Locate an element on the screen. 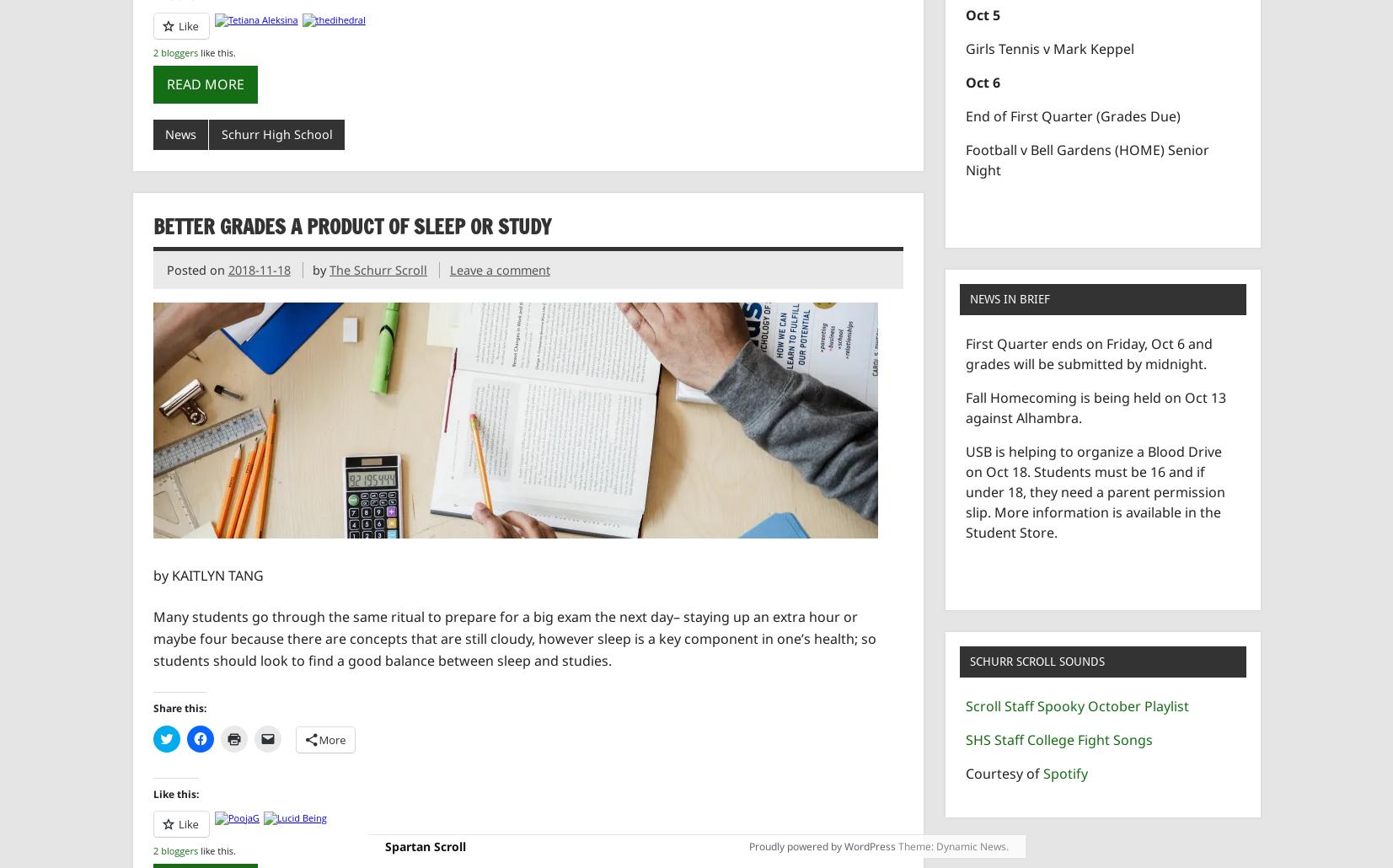  'End of First Quarter (Grades Due)' is located at coordinates (1073, 114).